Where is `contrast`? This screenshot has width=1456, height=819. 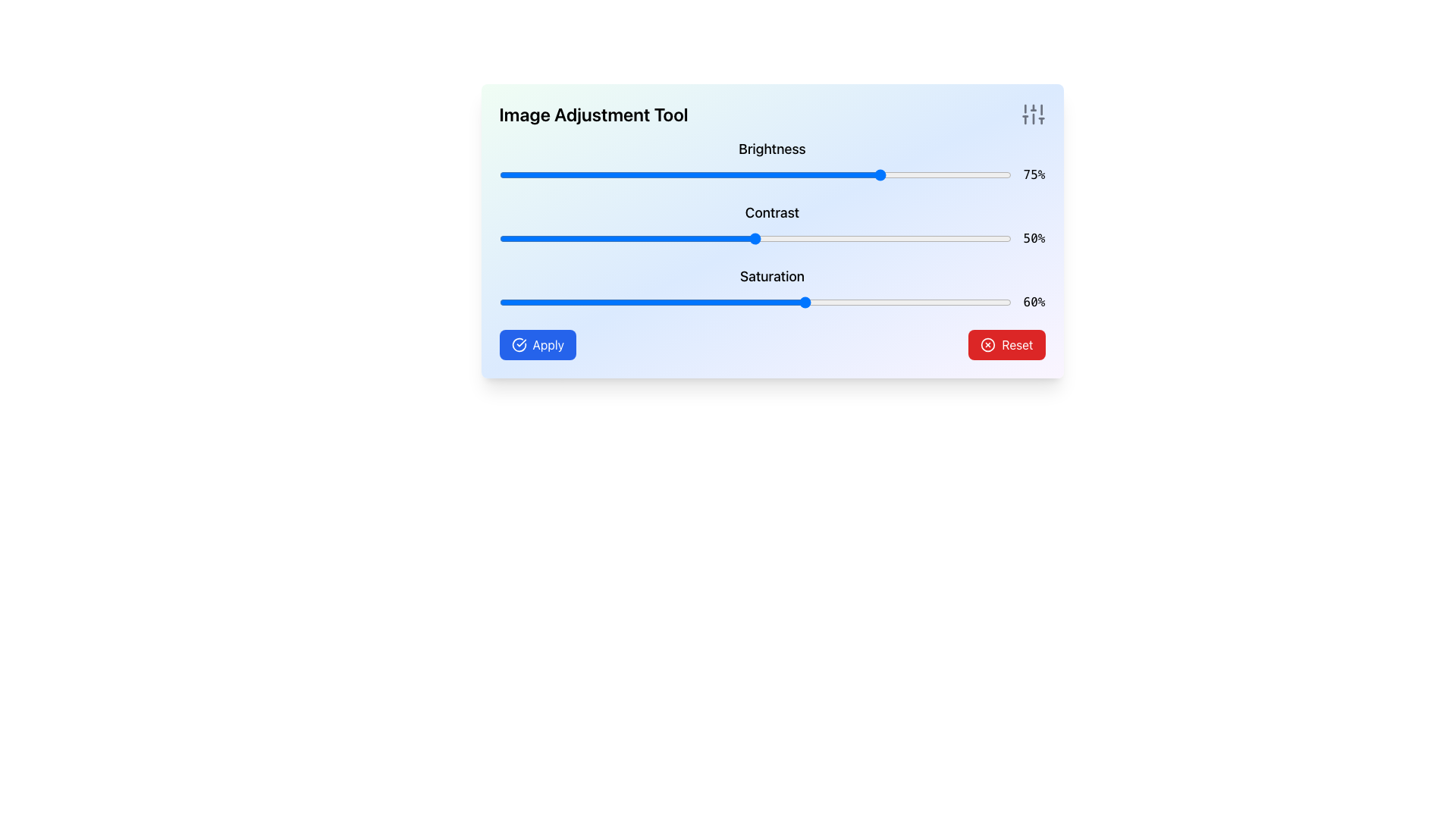 contrast is located at coordinates (755, 239).